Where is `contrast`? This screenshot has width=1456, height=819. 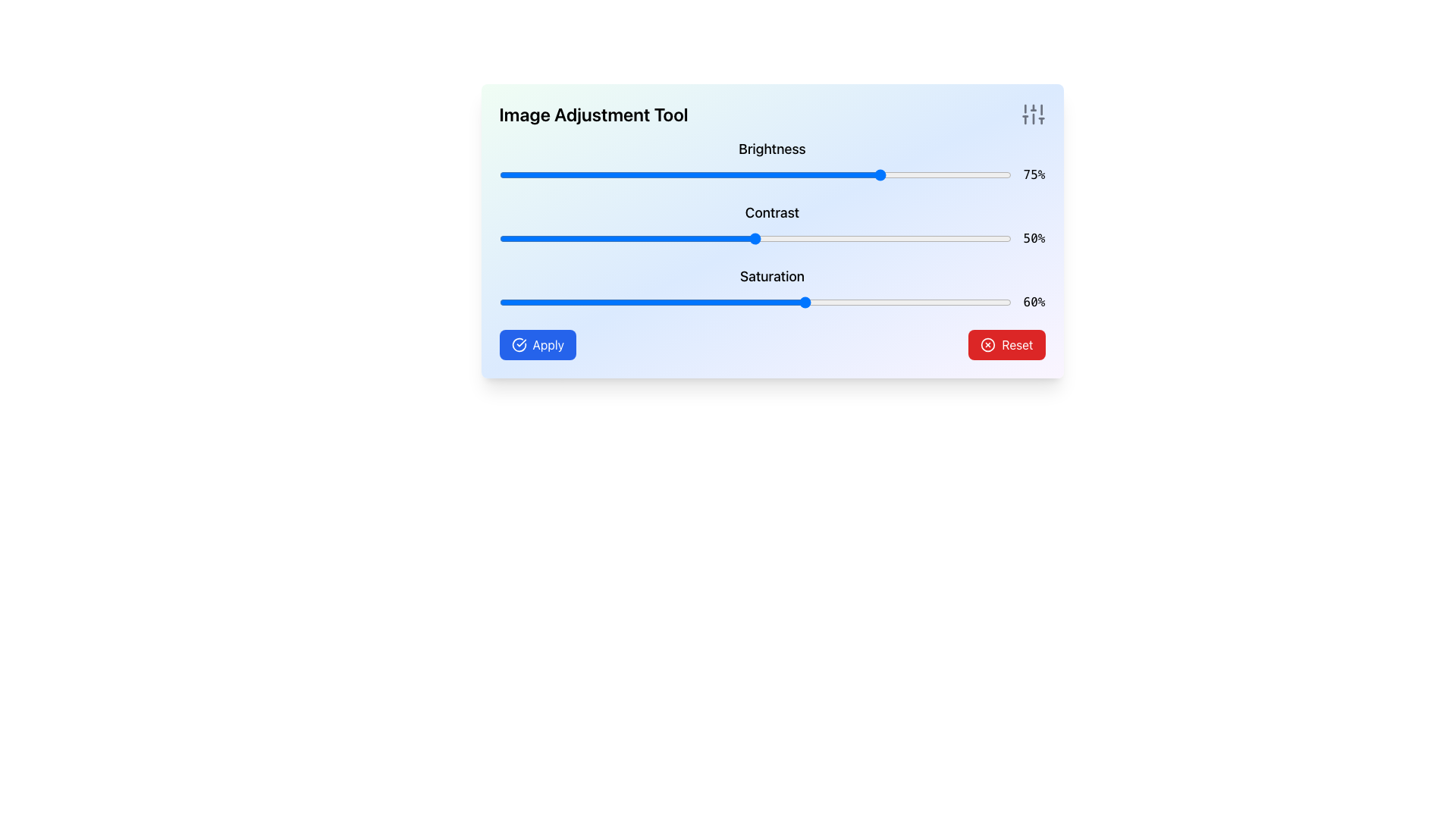 contrast is located at coordinates (755, 239).